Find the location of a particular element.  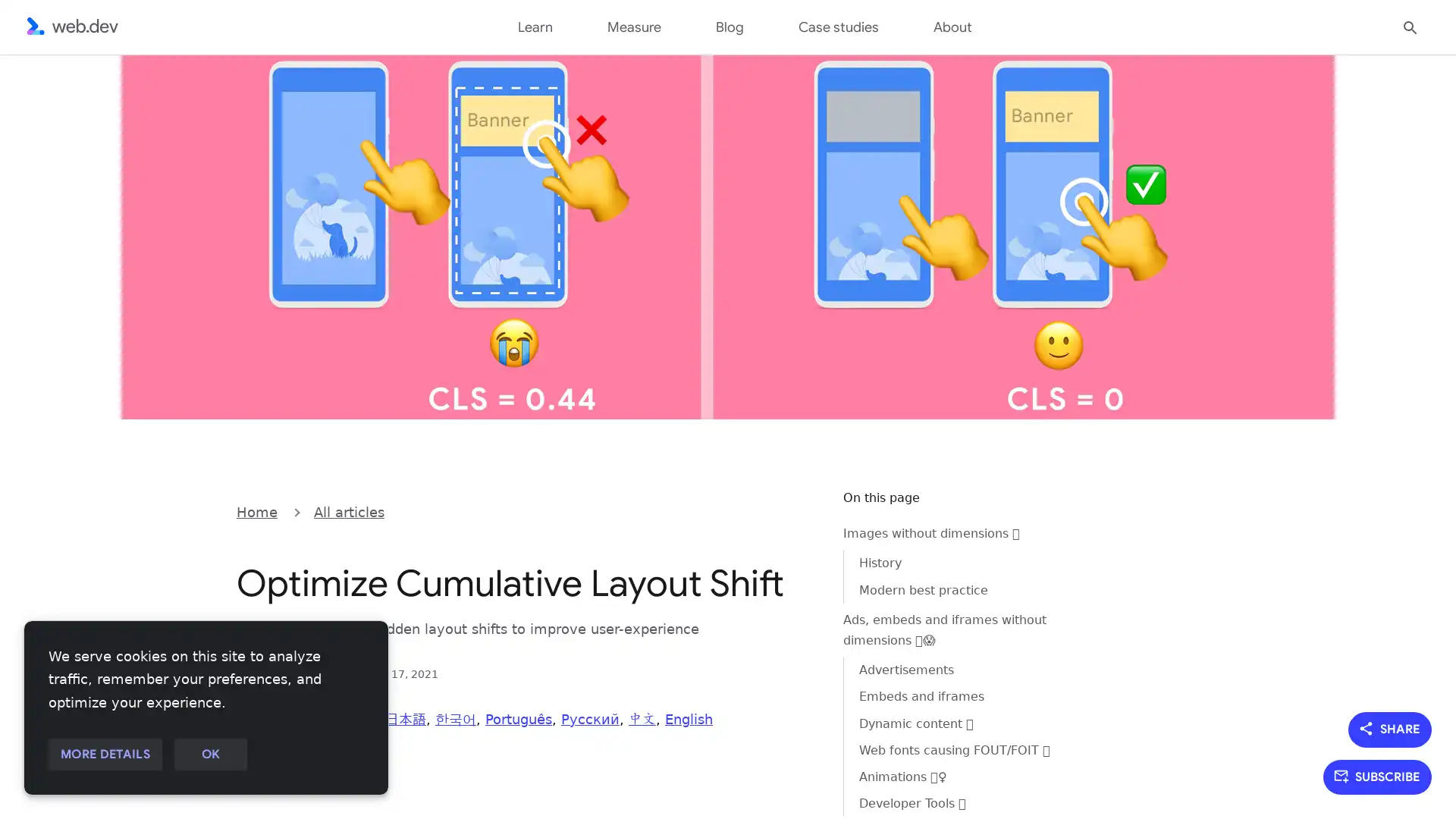

Copy code is located at coordinates (793, 510).